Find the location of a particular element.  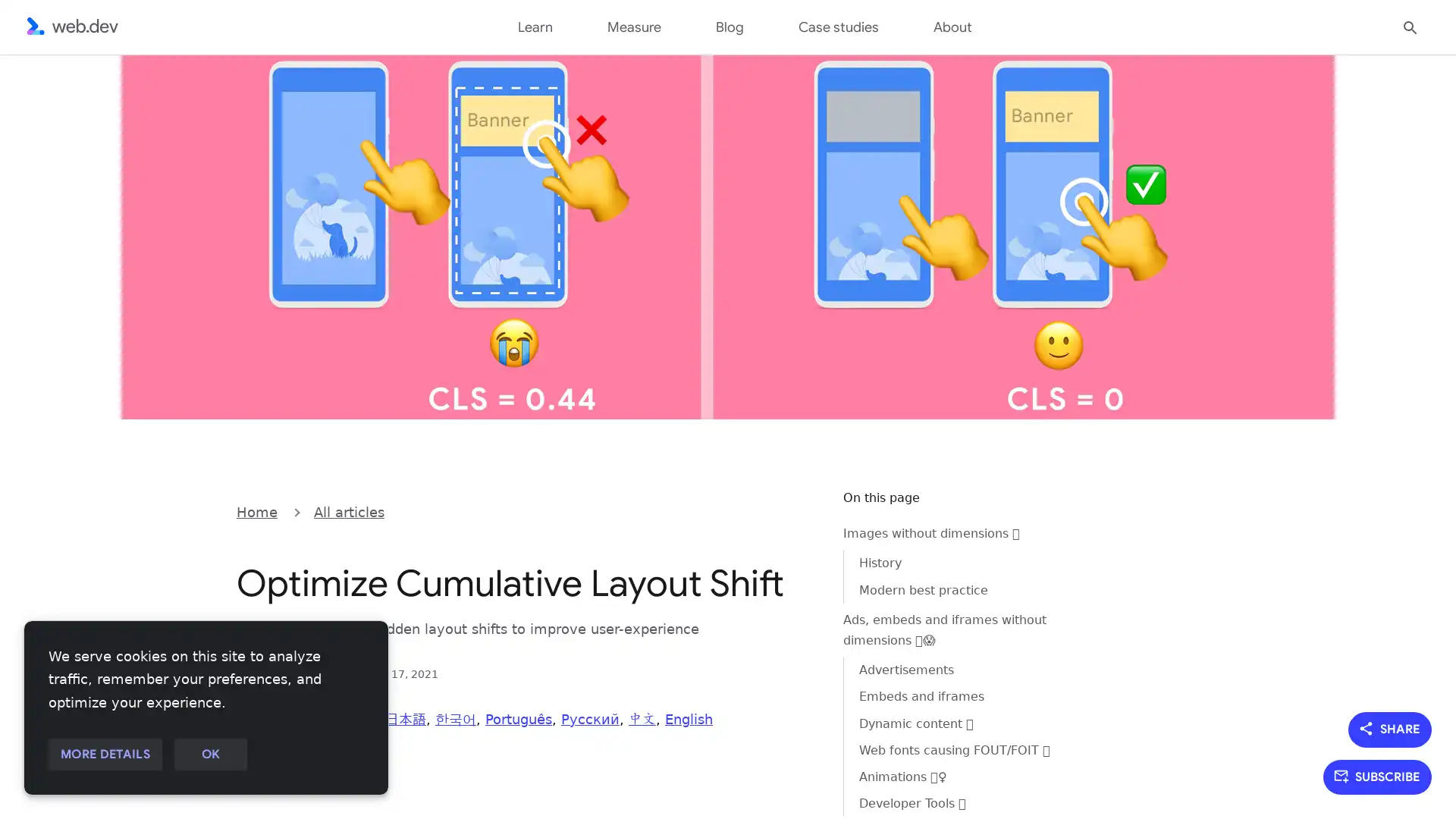

Copy code is located at coordinates (793, 510).